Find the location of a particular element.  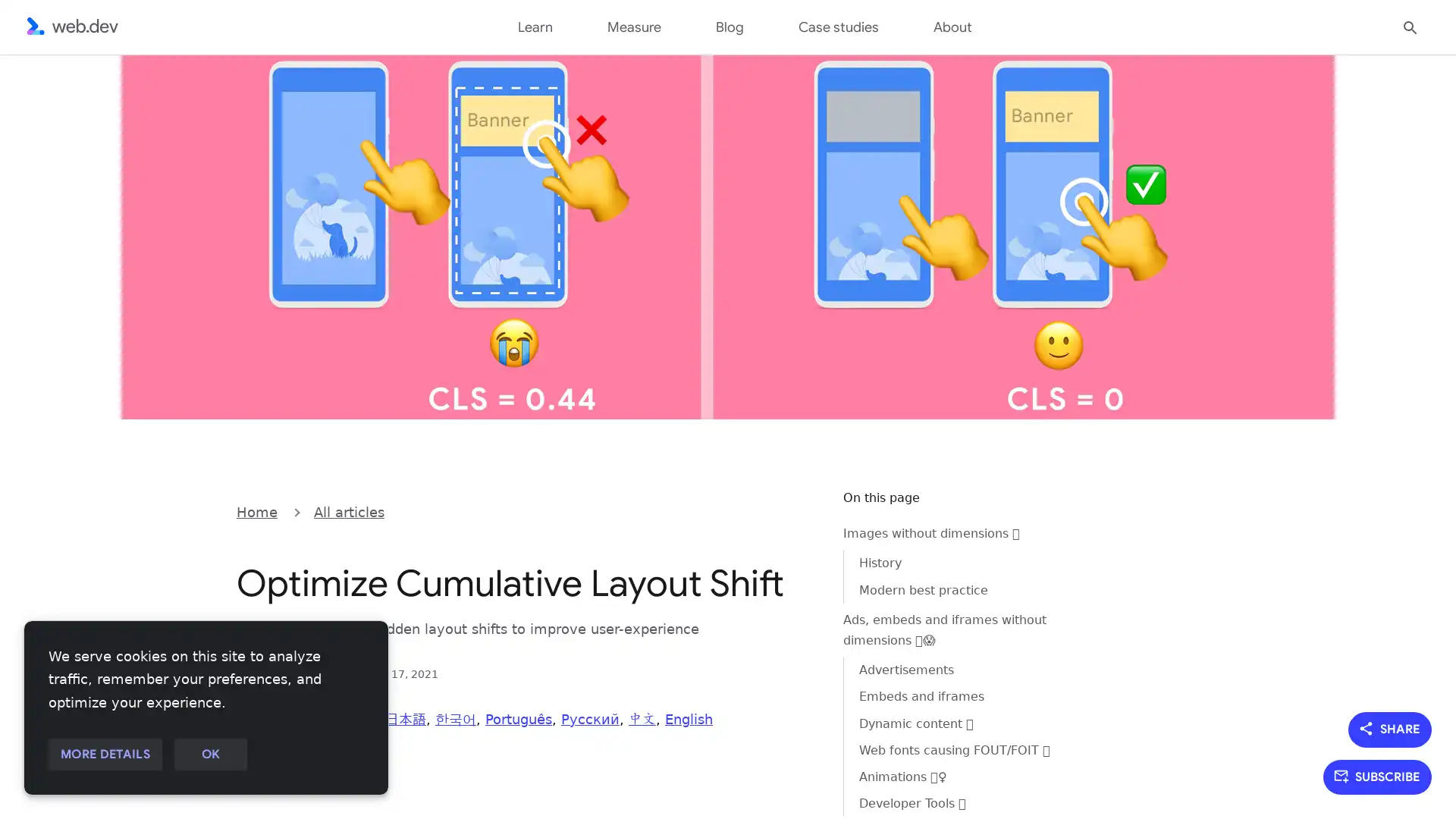

Copy code is located at coordinates (793, 510).